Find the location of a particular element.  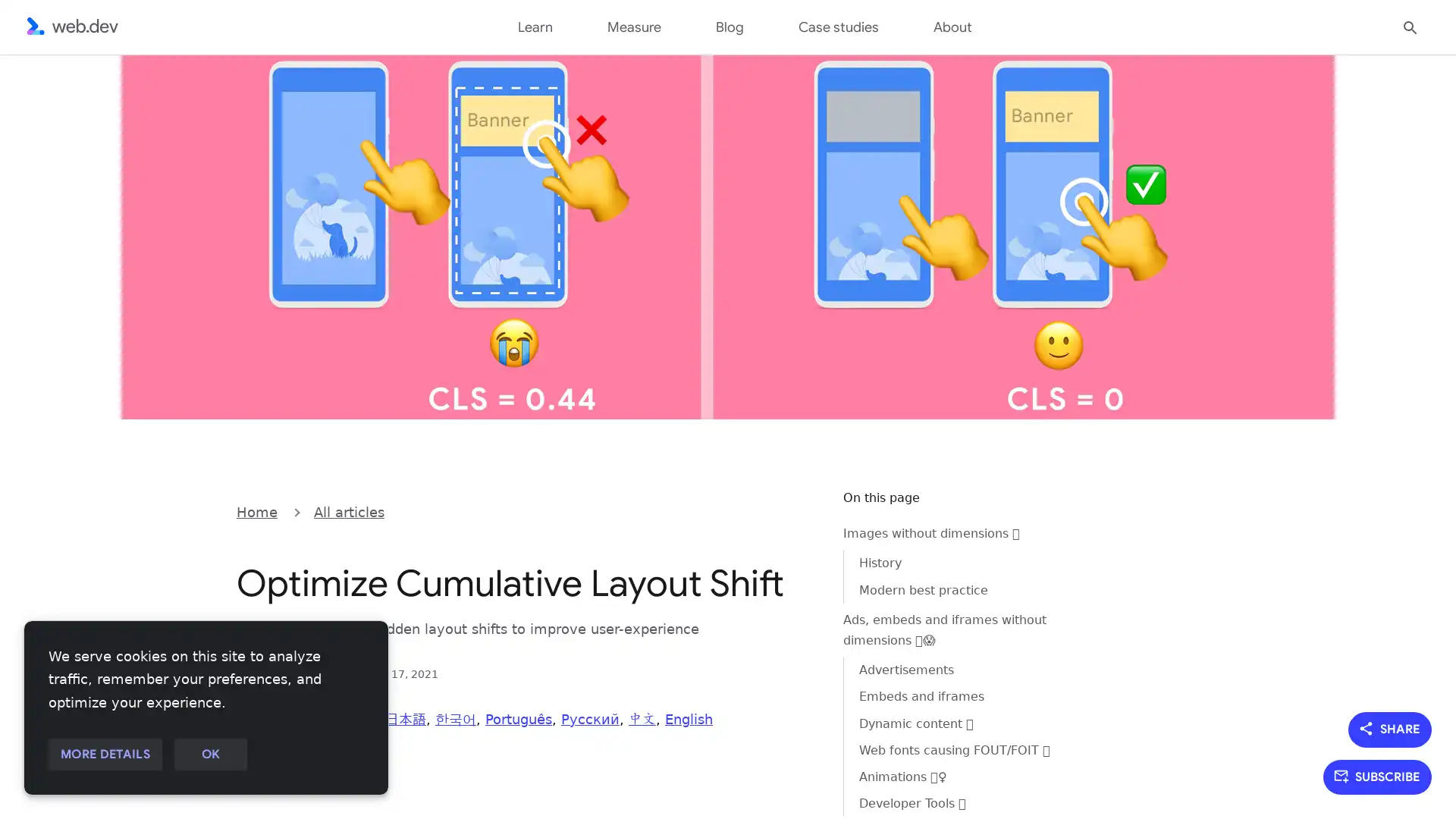

Copy code is located at coordinates (793, 510).